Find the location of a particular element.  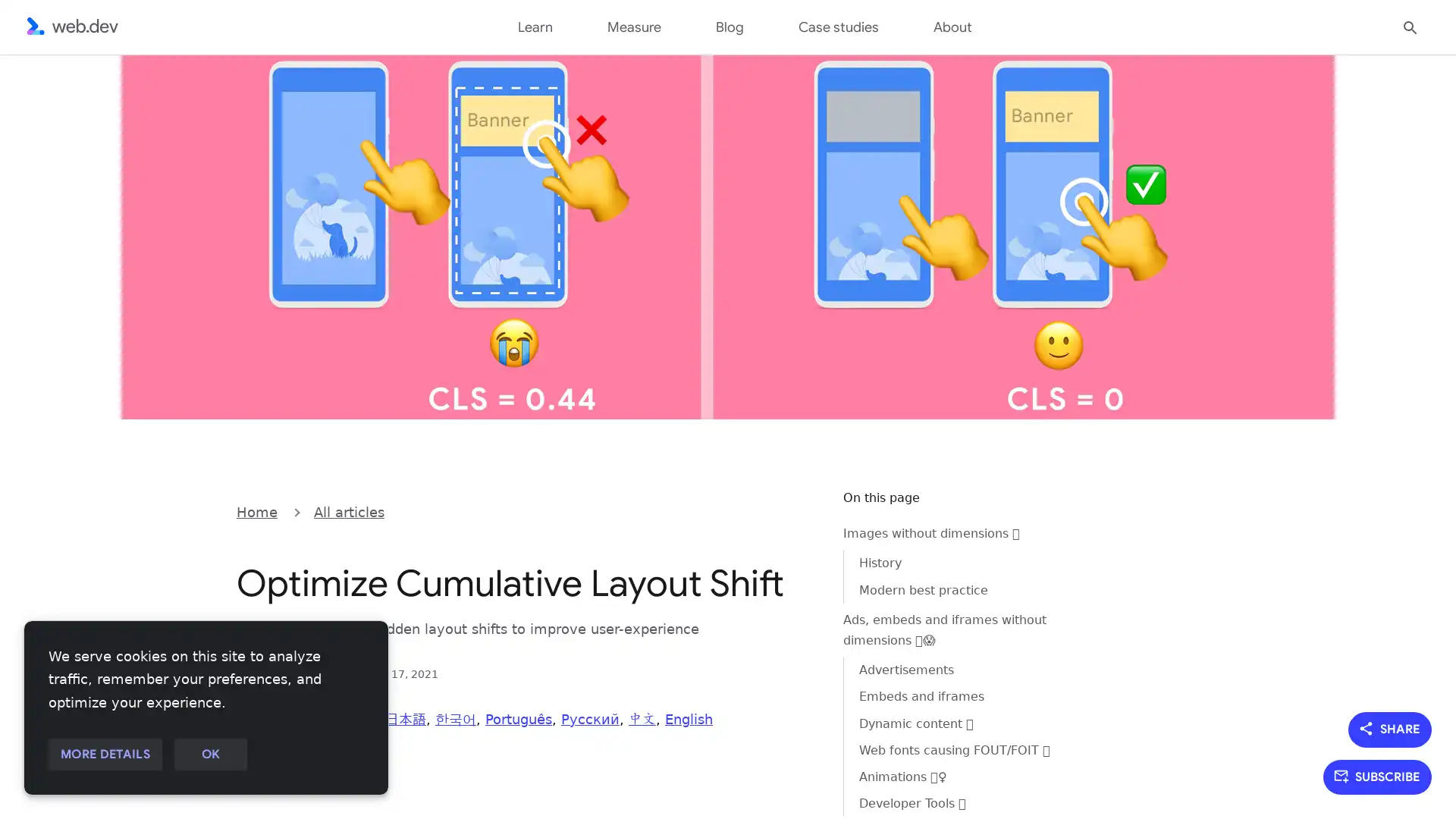

Copy code is located at coordinates (793, 510).